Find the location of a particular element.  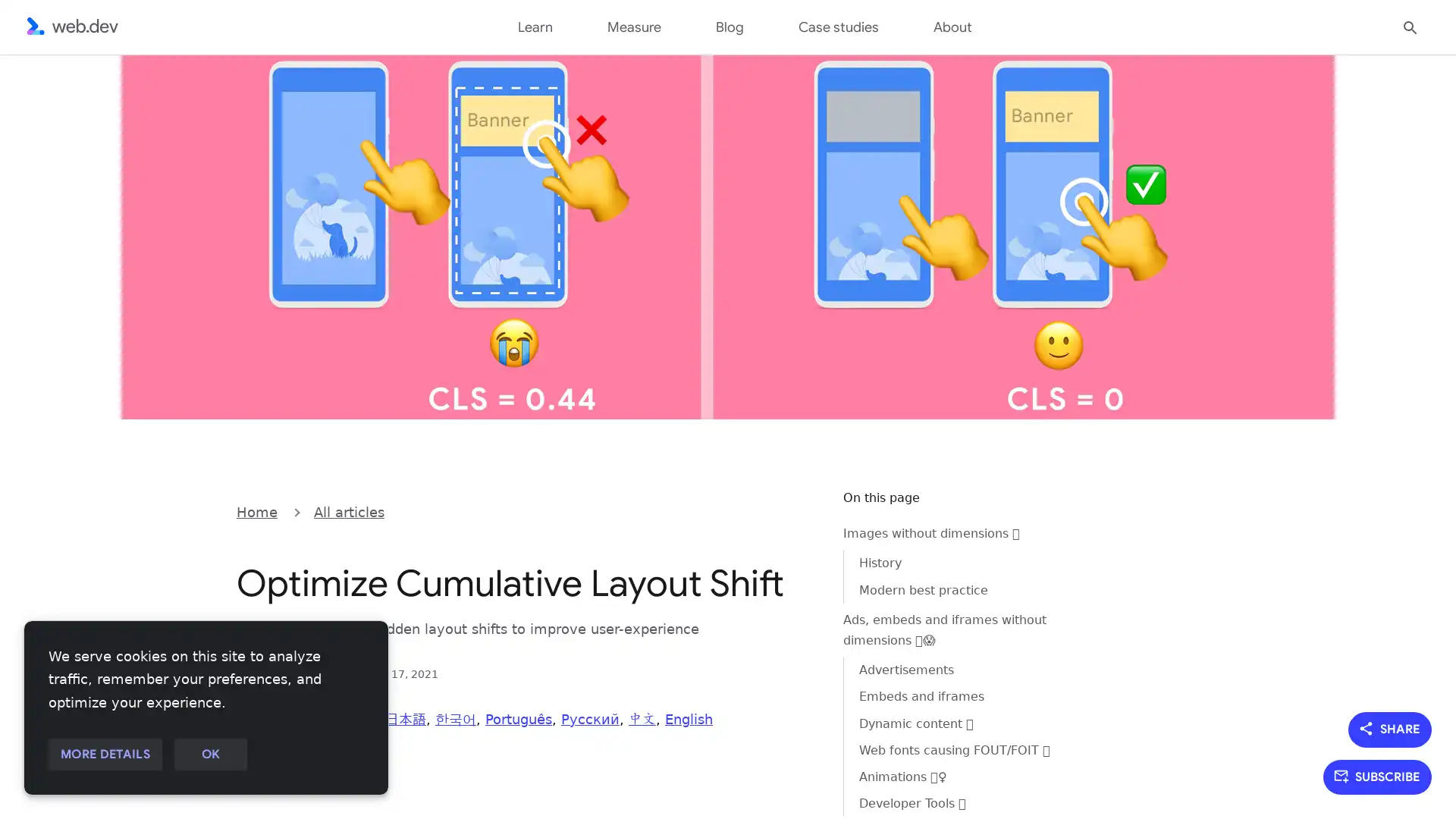

Copy code is located at coordinates (793, 510).